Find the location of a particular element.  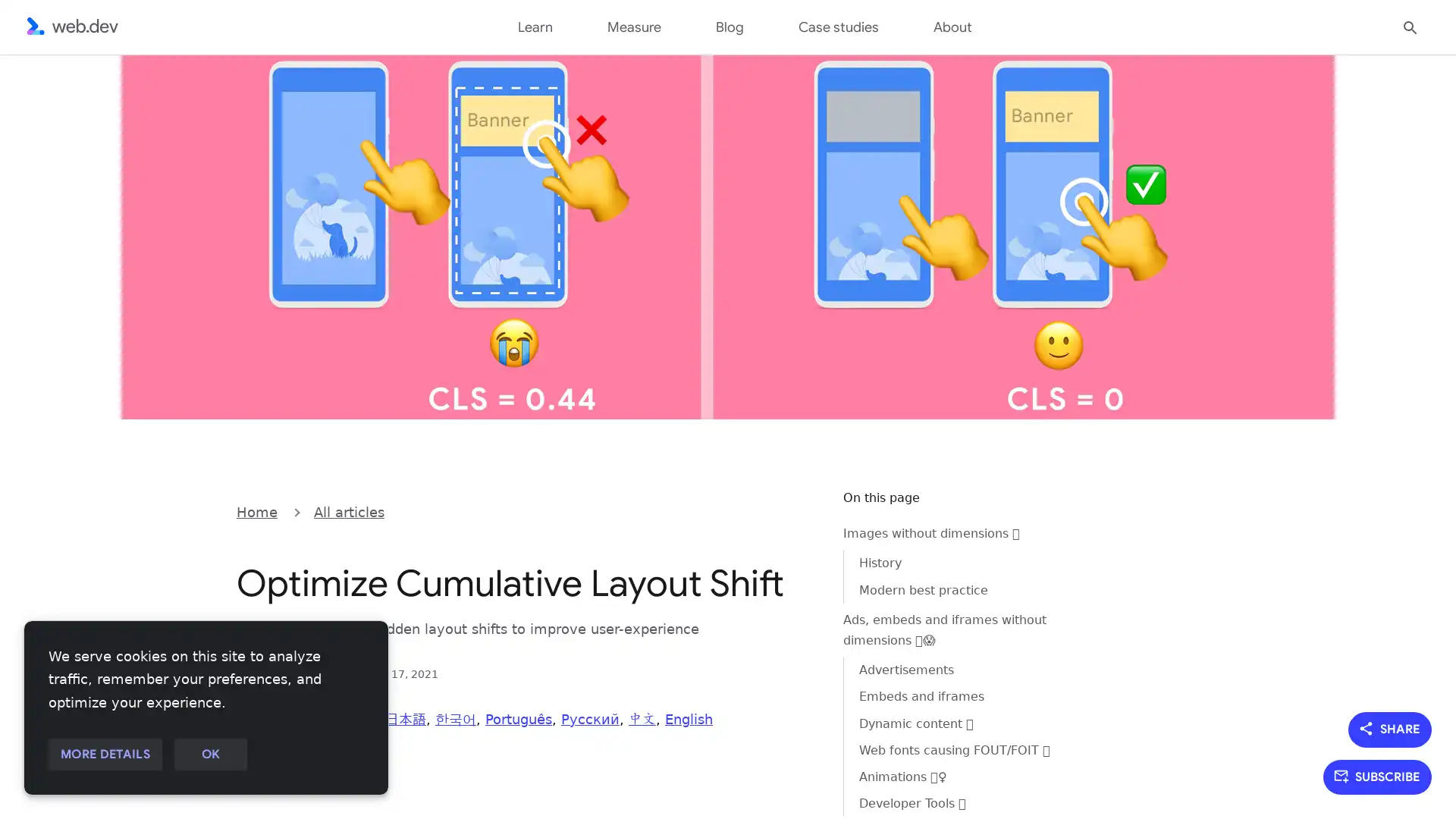

Copy code is located at coordinates (793, 510).